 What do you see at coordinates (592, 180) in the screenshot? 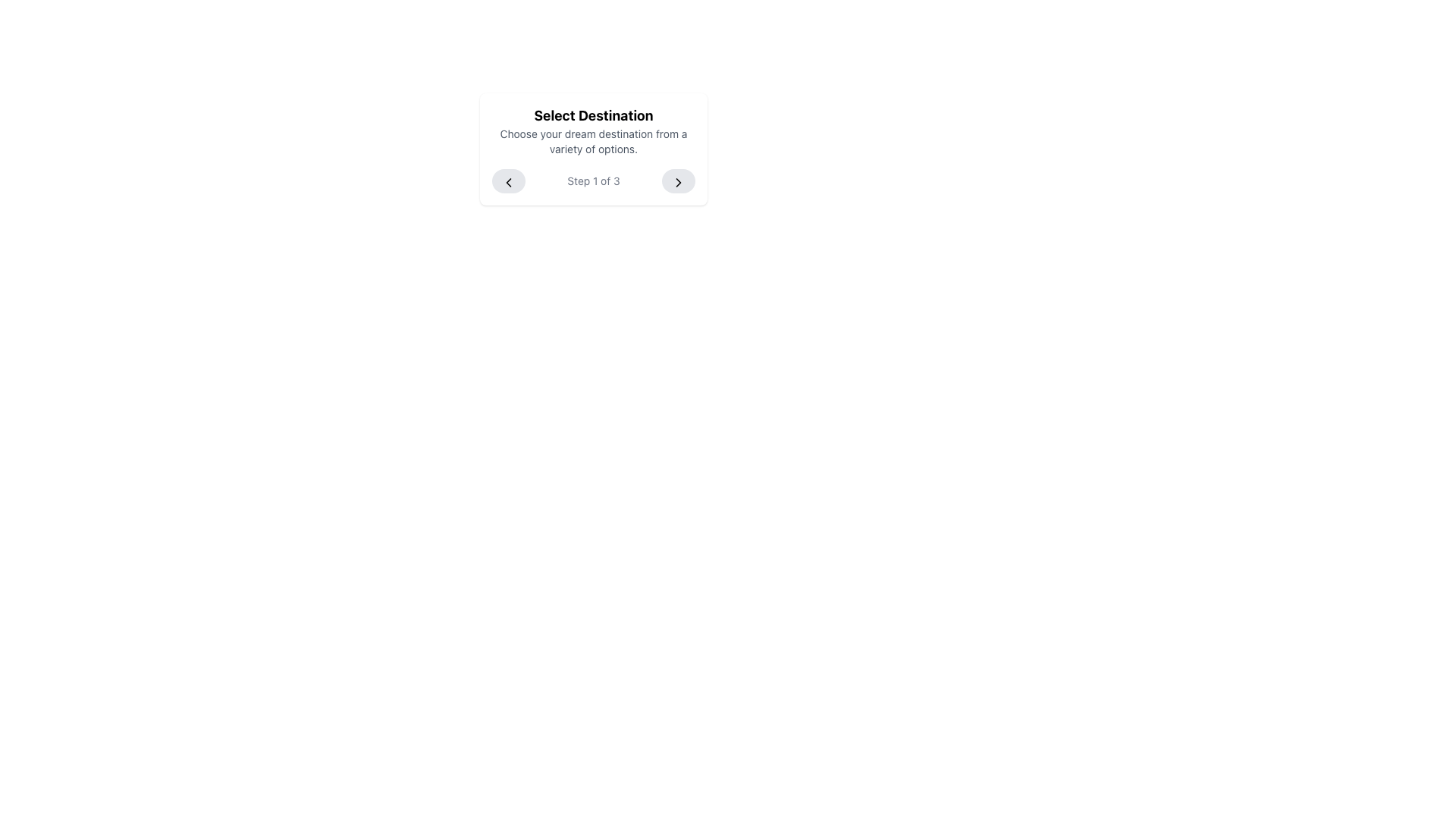
I see `the Text label that indicates the current step in the multi-step process, located in the center of the navigation bar between the left and right arrow icons` at bounding box center [592, 180].